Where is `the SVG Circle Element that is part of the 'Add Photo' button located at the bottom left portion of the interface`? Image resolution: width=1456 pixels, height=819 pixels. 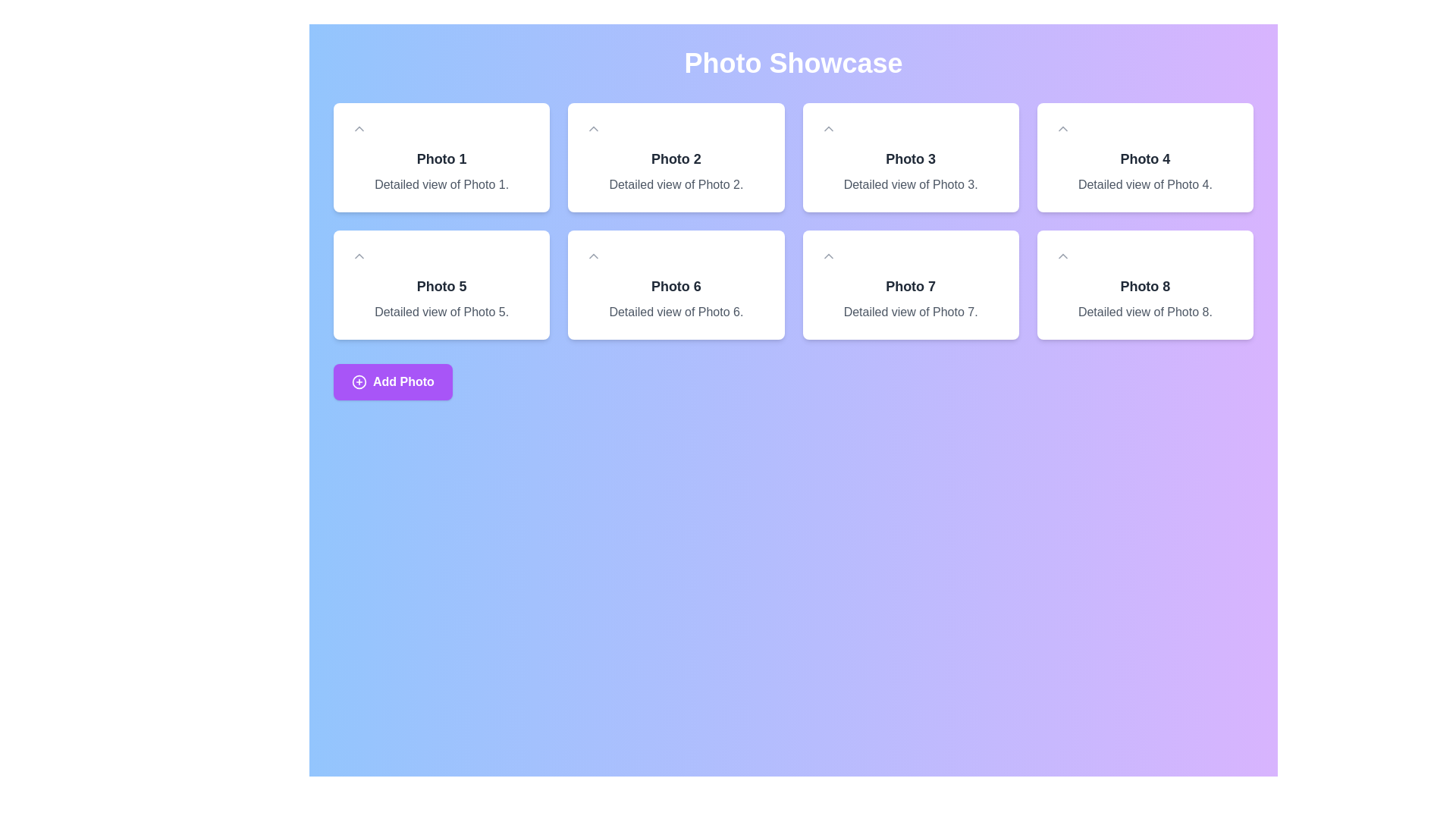 the SVG Circle Element that is part of the 'Add Photo' button located at the bottom left portion of the interface is located at coordinates (359, 380).